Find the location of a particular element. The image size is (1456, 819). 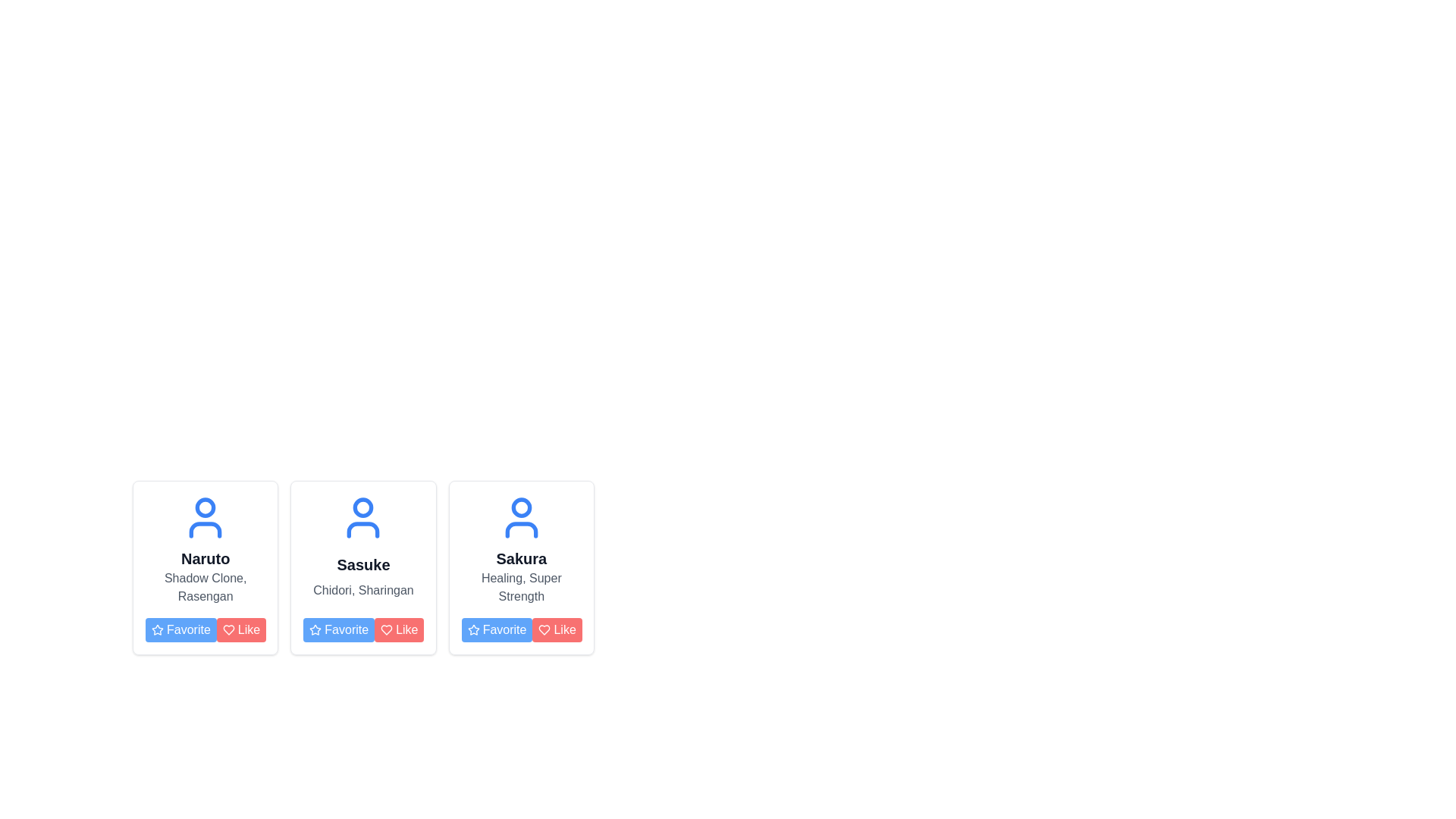

the surrounding area of the circular graphical element within the 'user' icon located in the central card of the interface is located at coordinates (362, 507).